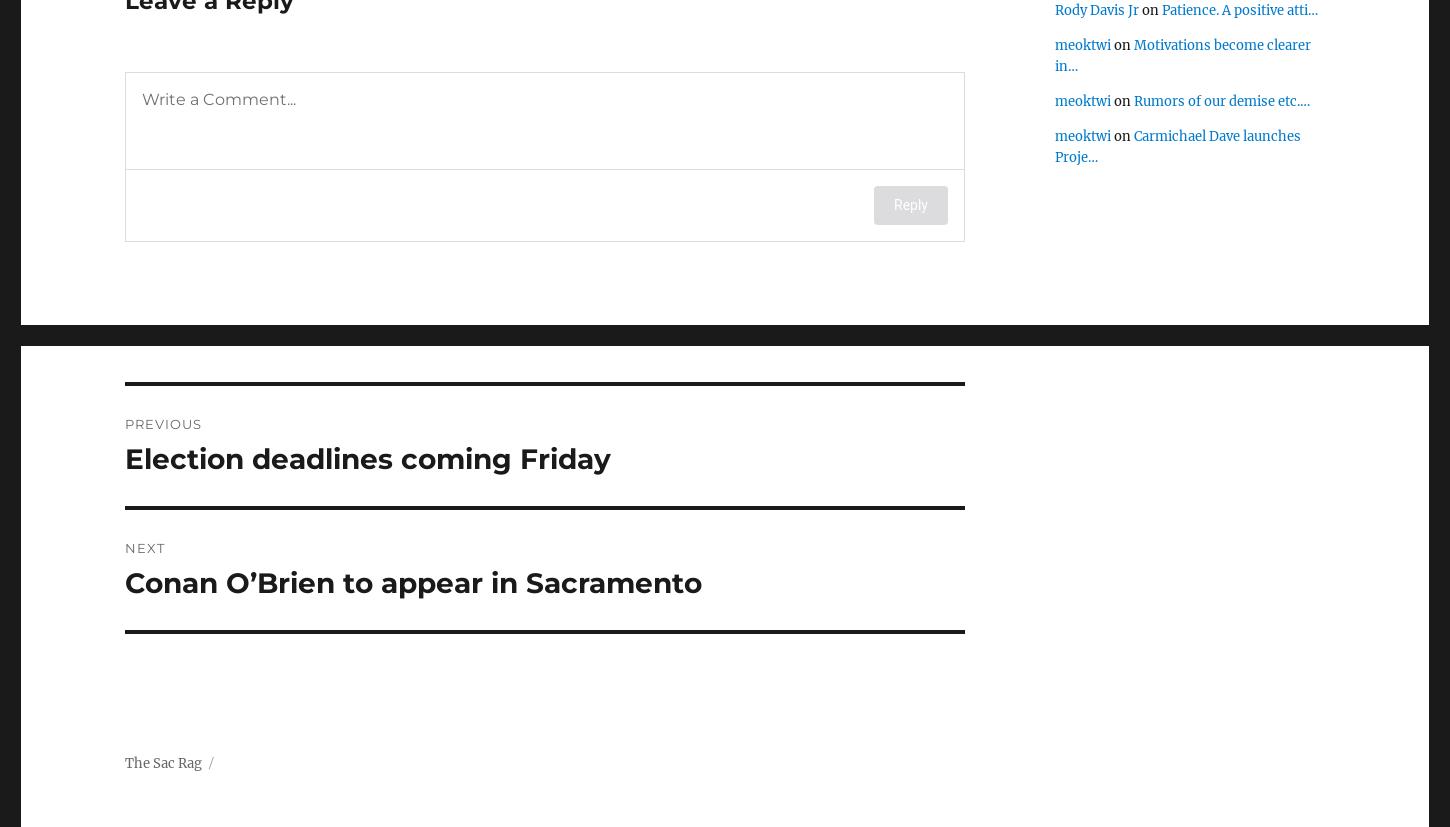 This screenshot has height=827, width=1450. I want to click on 'Previous', so click(123, 422).